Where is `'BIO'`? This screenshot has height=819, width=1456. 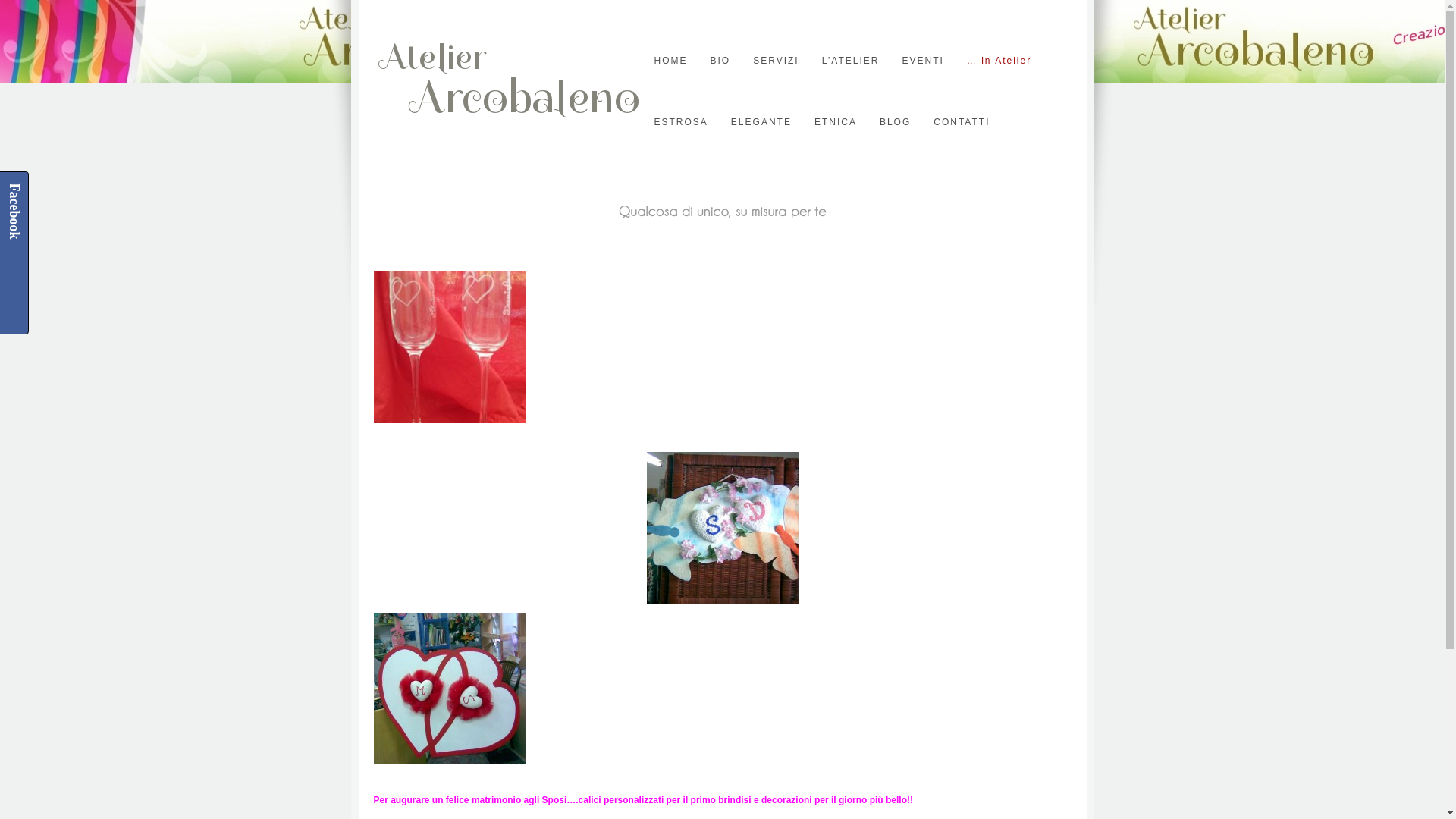
'BIO' is located at coordinates (719, 60).